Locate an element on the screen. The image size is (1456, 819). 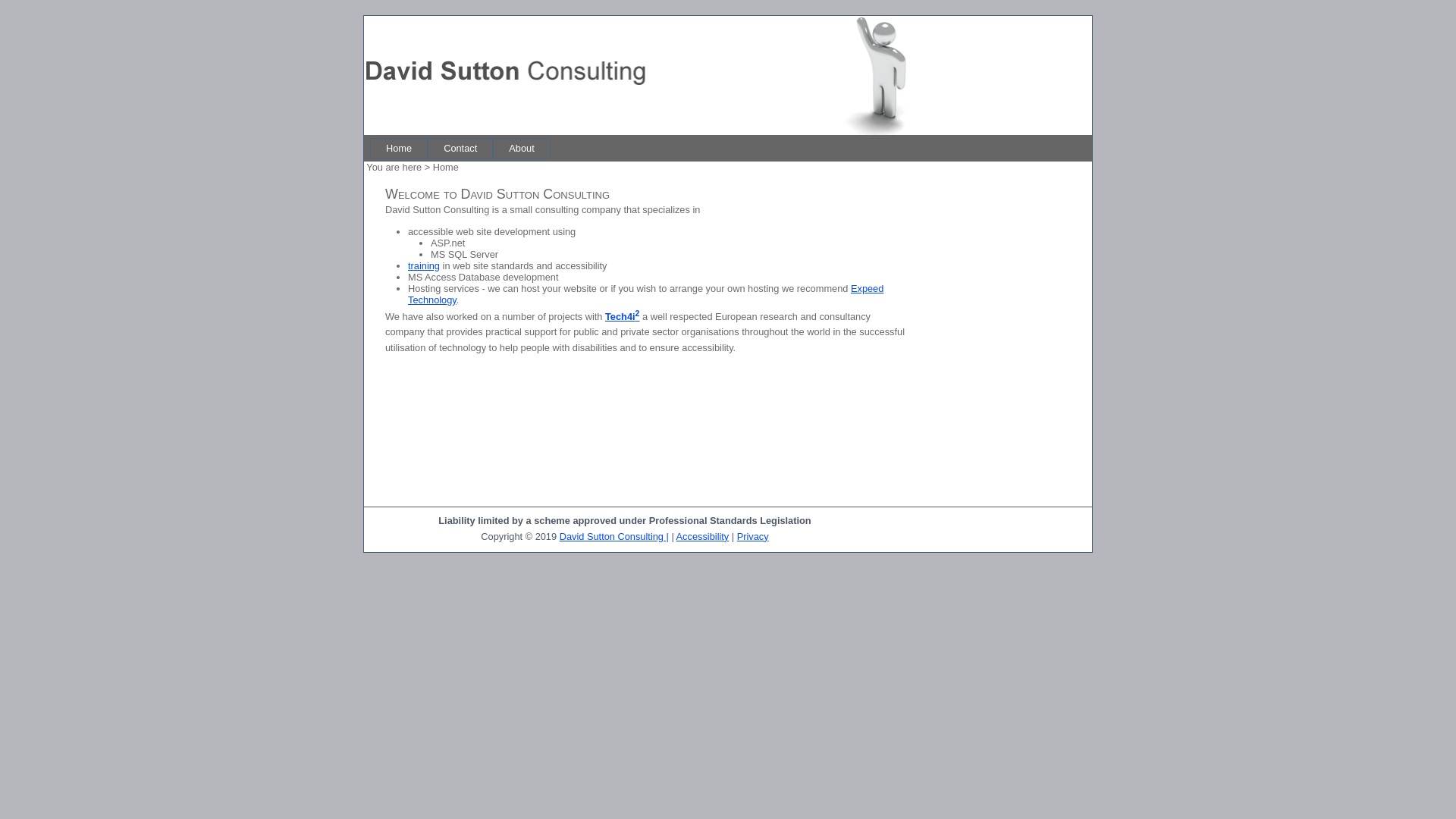
'About' is located at coordinates (521, 148).